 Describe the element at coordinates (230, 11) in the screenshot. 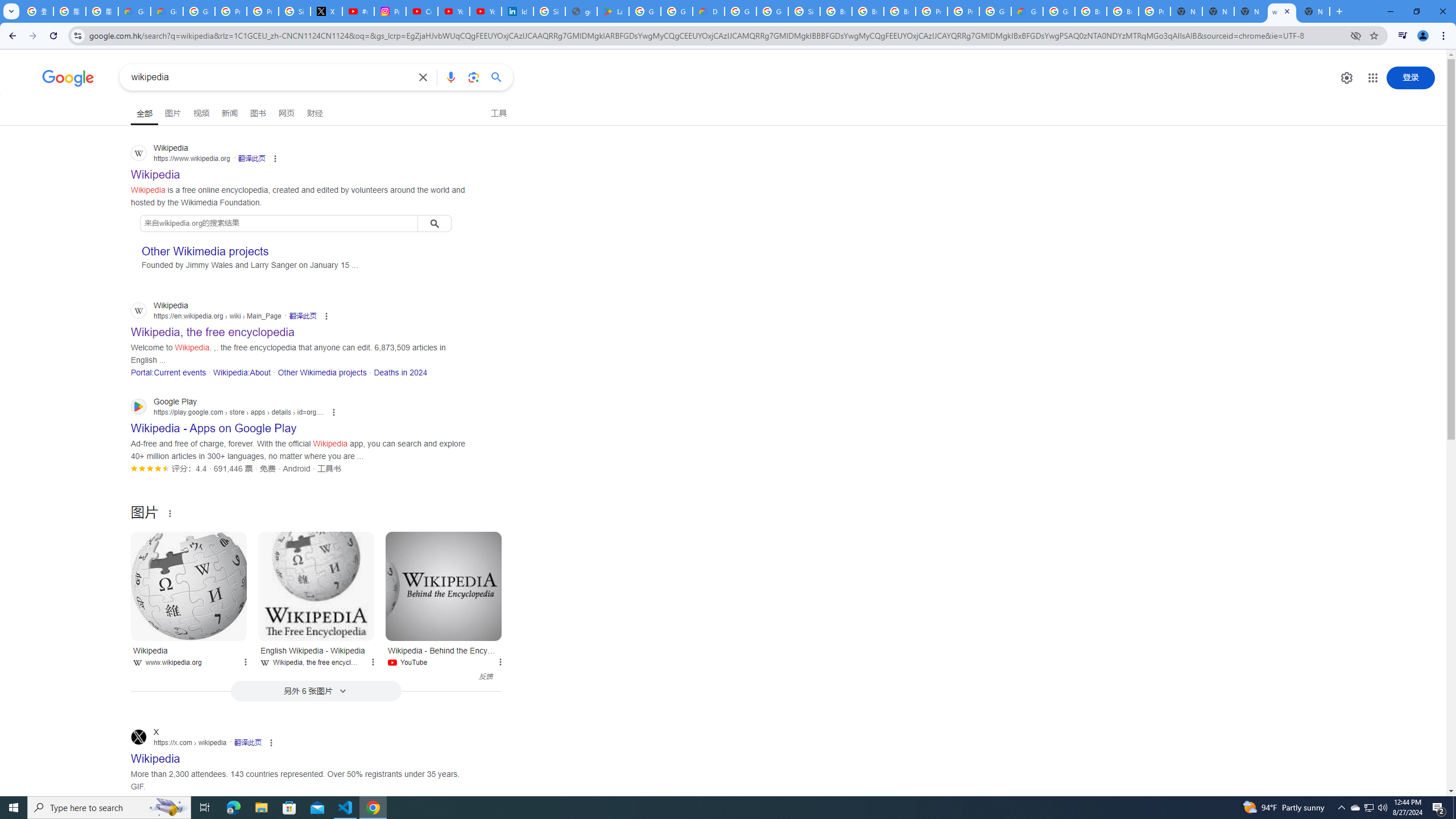

I see `'Privacy Help Center - Policies Help'` at that location.